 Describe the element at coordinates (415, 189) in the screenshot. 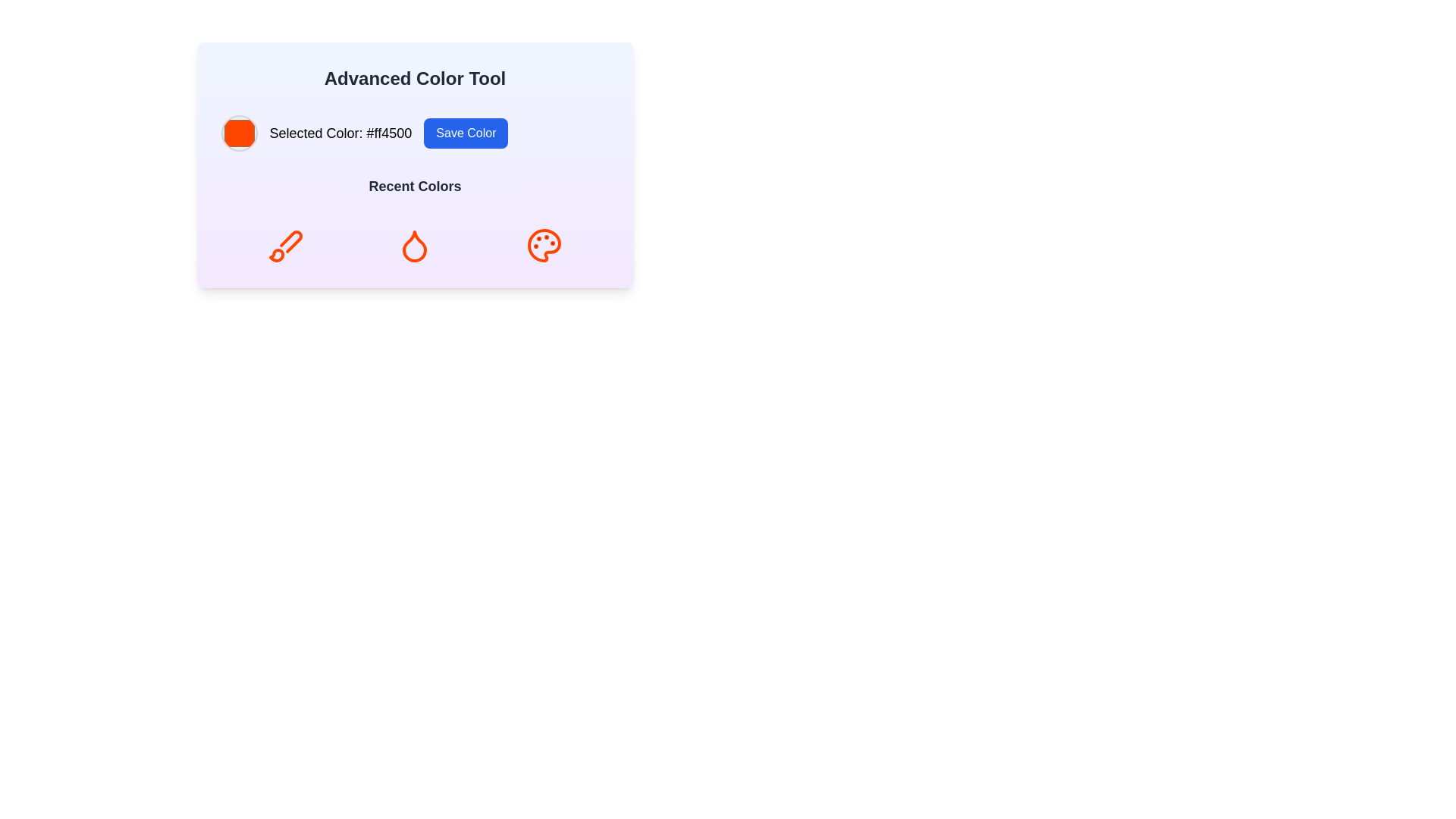

I see `the 'Recent Colors' text, which is styled with a bold, larger font size and dark gray color, located centrally below the selected color section and above a group of icons` at that location.